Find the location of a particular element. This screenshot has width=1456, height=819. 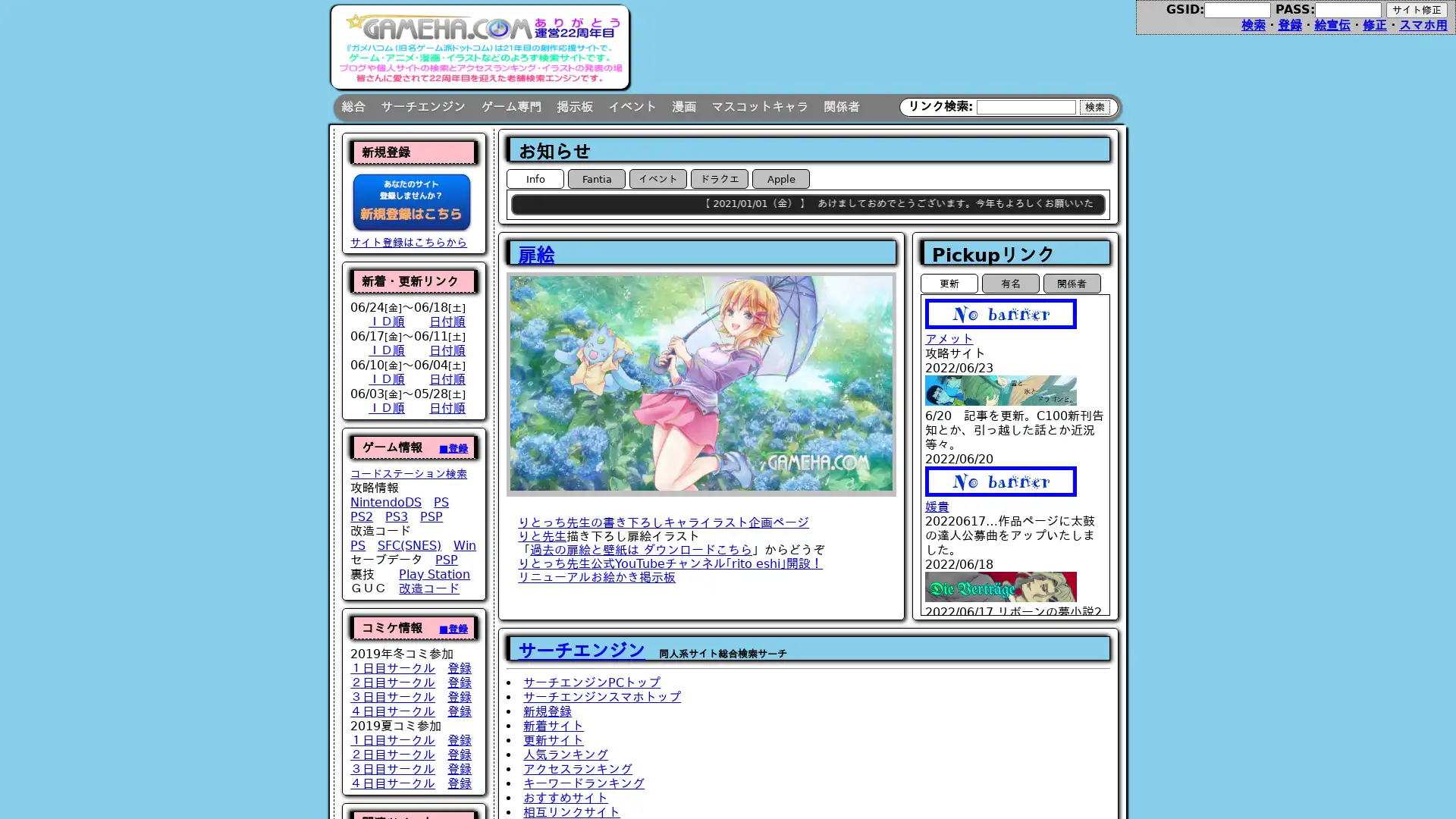

Info is located at coordinates (535, 177).